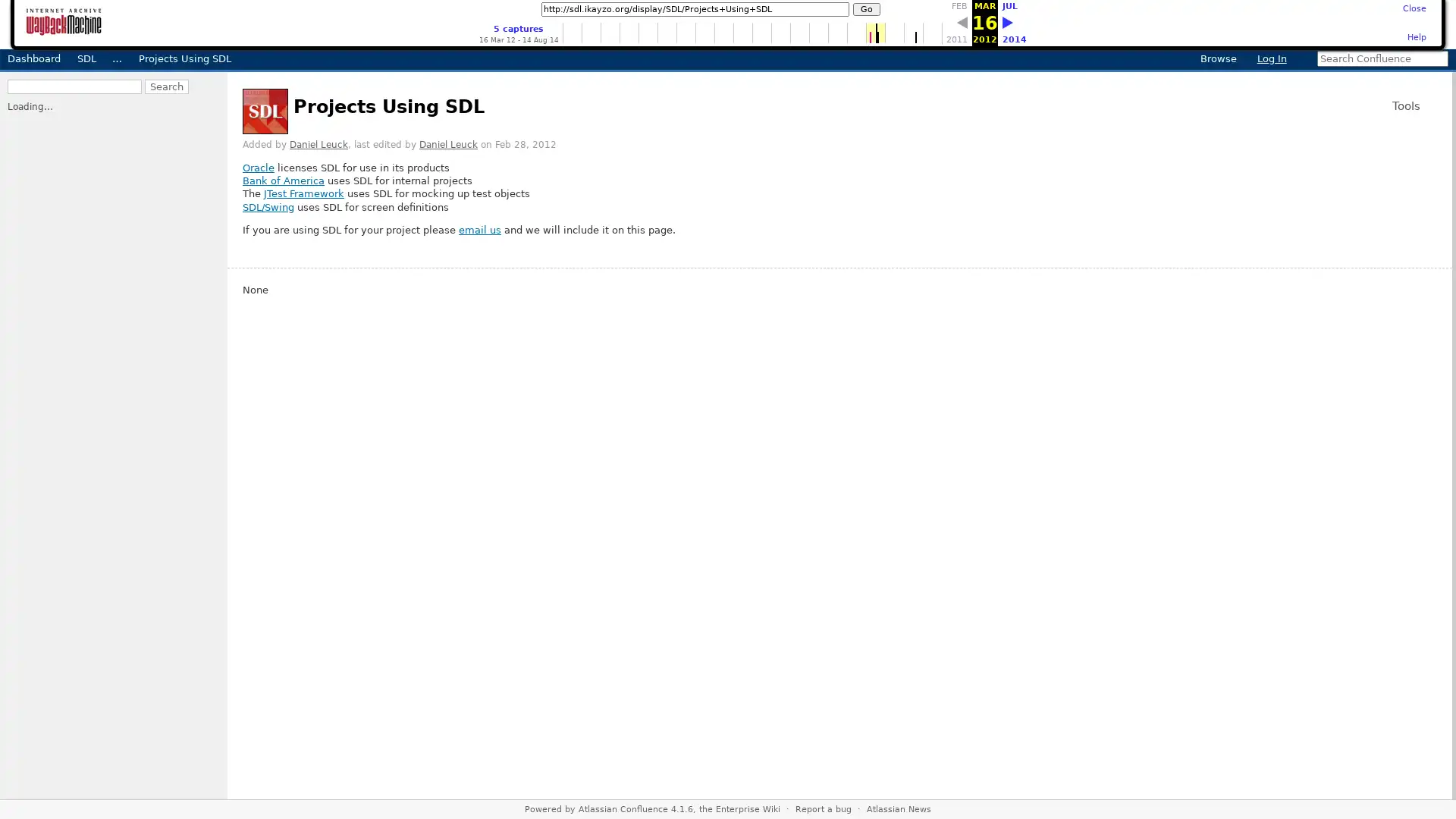 The width and height of the screenshot is (1456, 819). I want to click on Search, so click(29, 100).